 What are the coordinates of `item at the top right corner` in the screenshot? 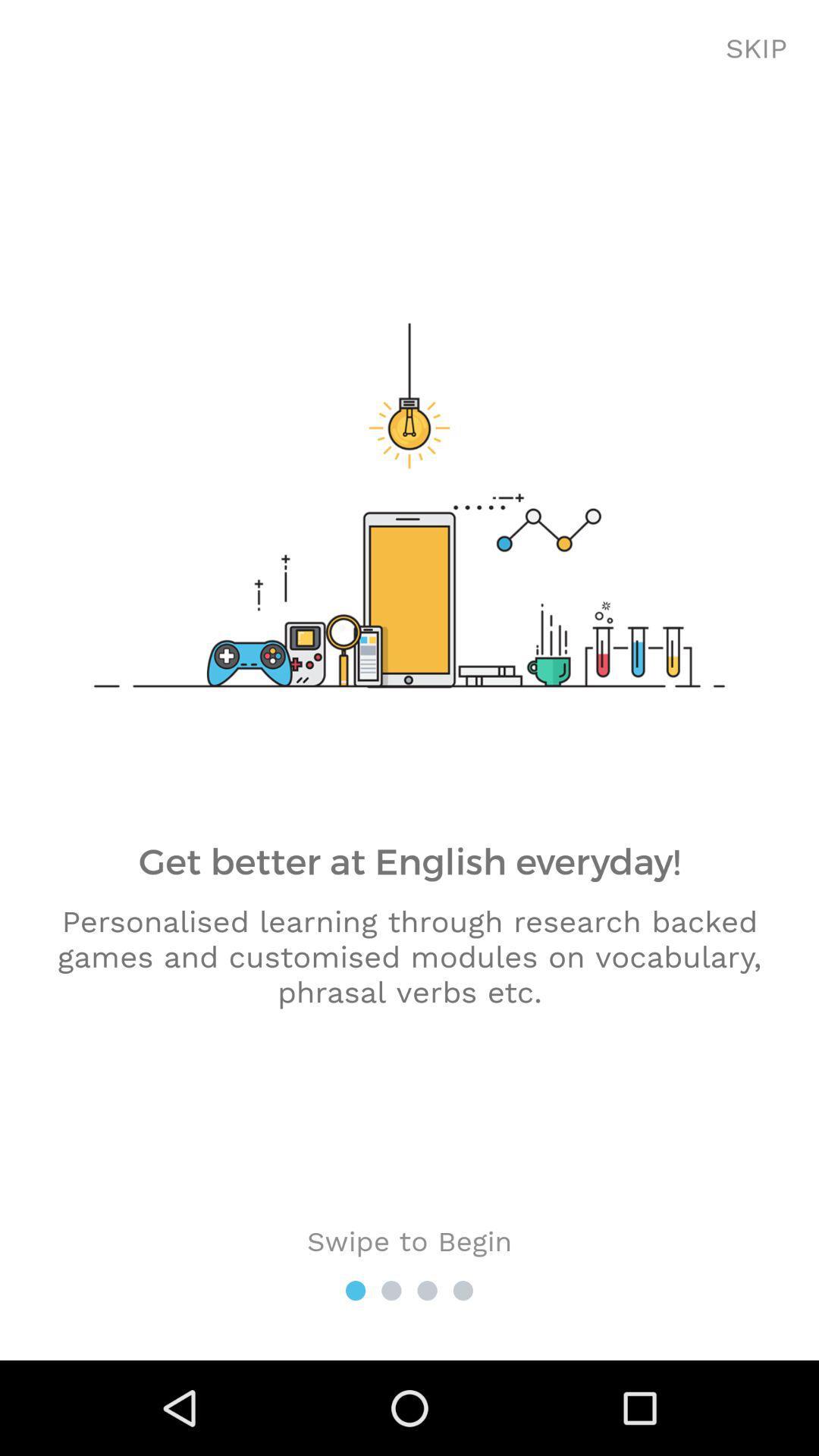 It's located at (756, 49).